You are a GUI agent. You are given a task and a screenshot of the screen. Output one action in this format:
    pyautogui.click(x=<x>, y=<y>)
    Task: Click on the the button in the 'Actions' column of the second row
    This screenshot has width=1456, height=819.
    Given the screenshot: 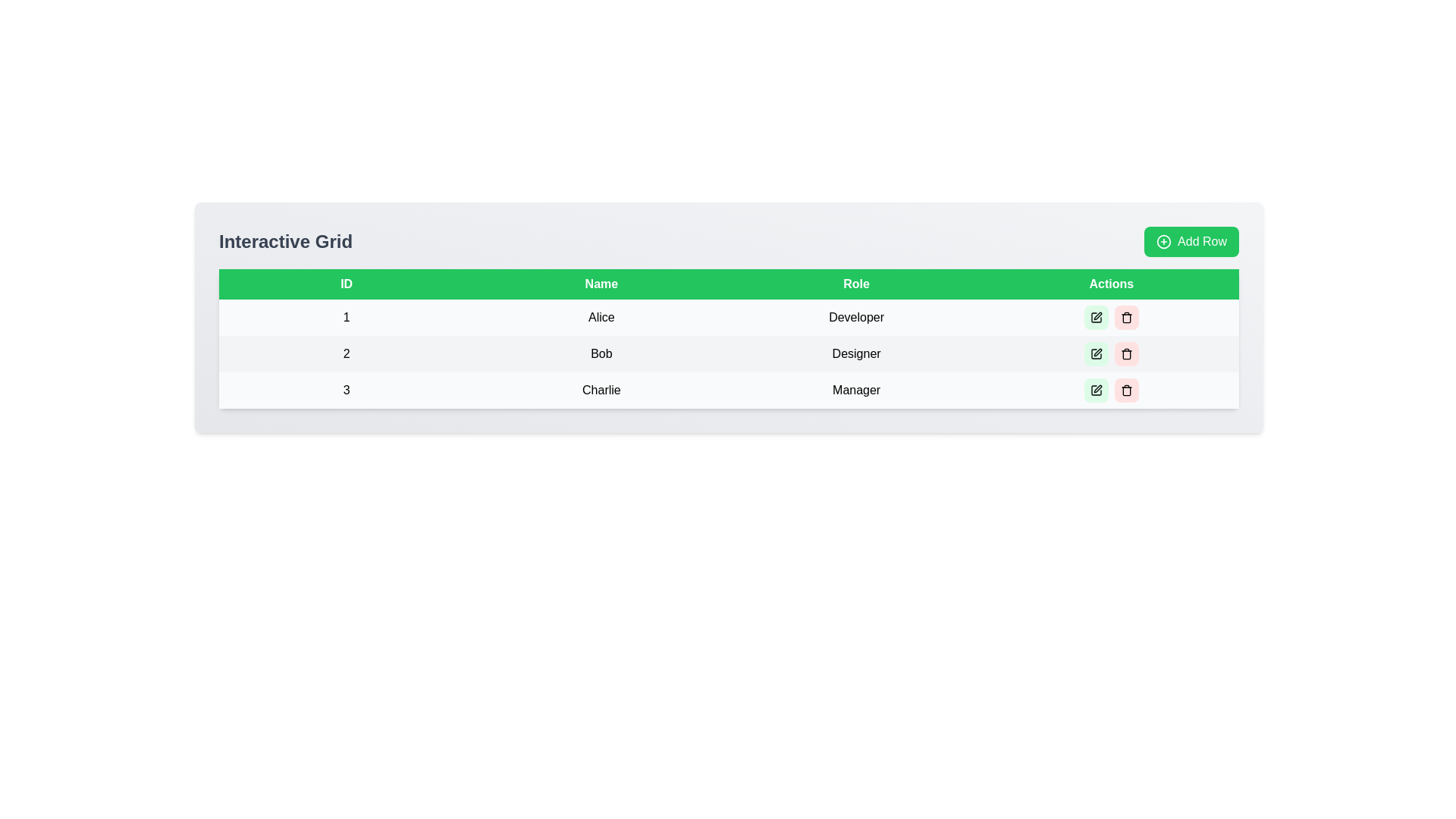 What is the action you would take?
    pyautogui.click(x=1096, y=353)
    